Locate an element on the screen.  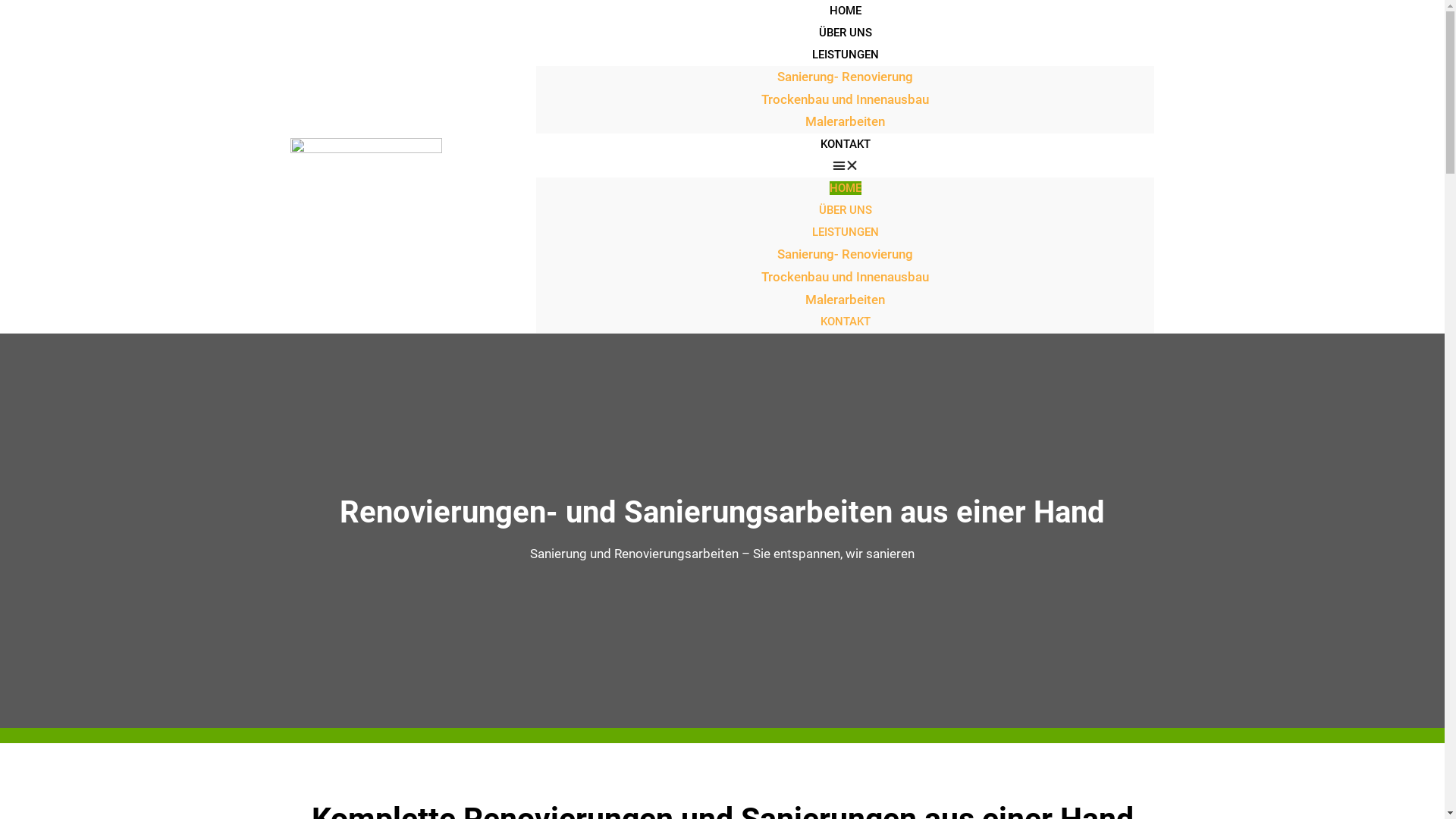
'KONTAKT' is located at coordinates (844, 321).